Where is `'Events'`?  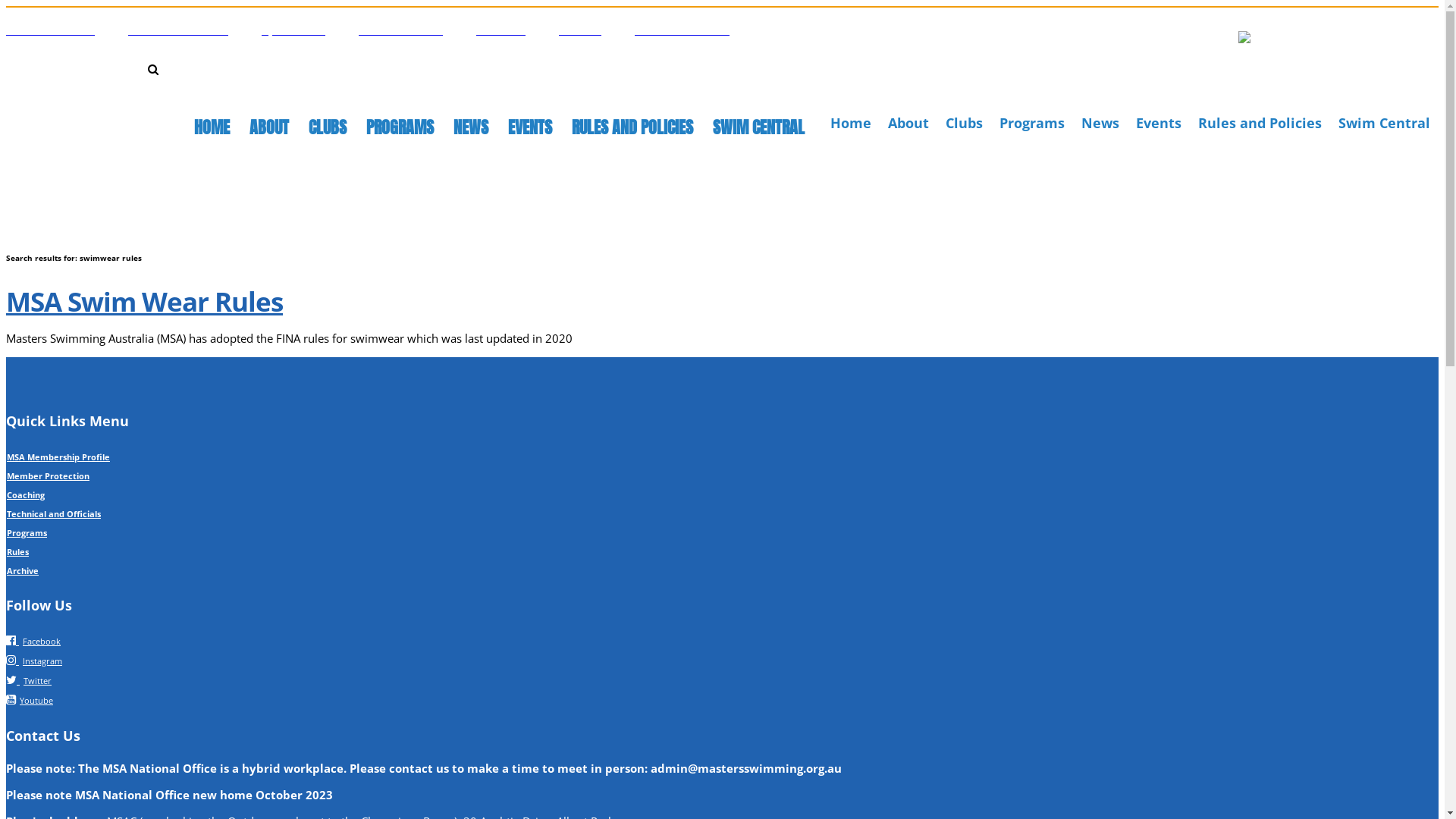 'Events' is located at coordinates (1135, 122).